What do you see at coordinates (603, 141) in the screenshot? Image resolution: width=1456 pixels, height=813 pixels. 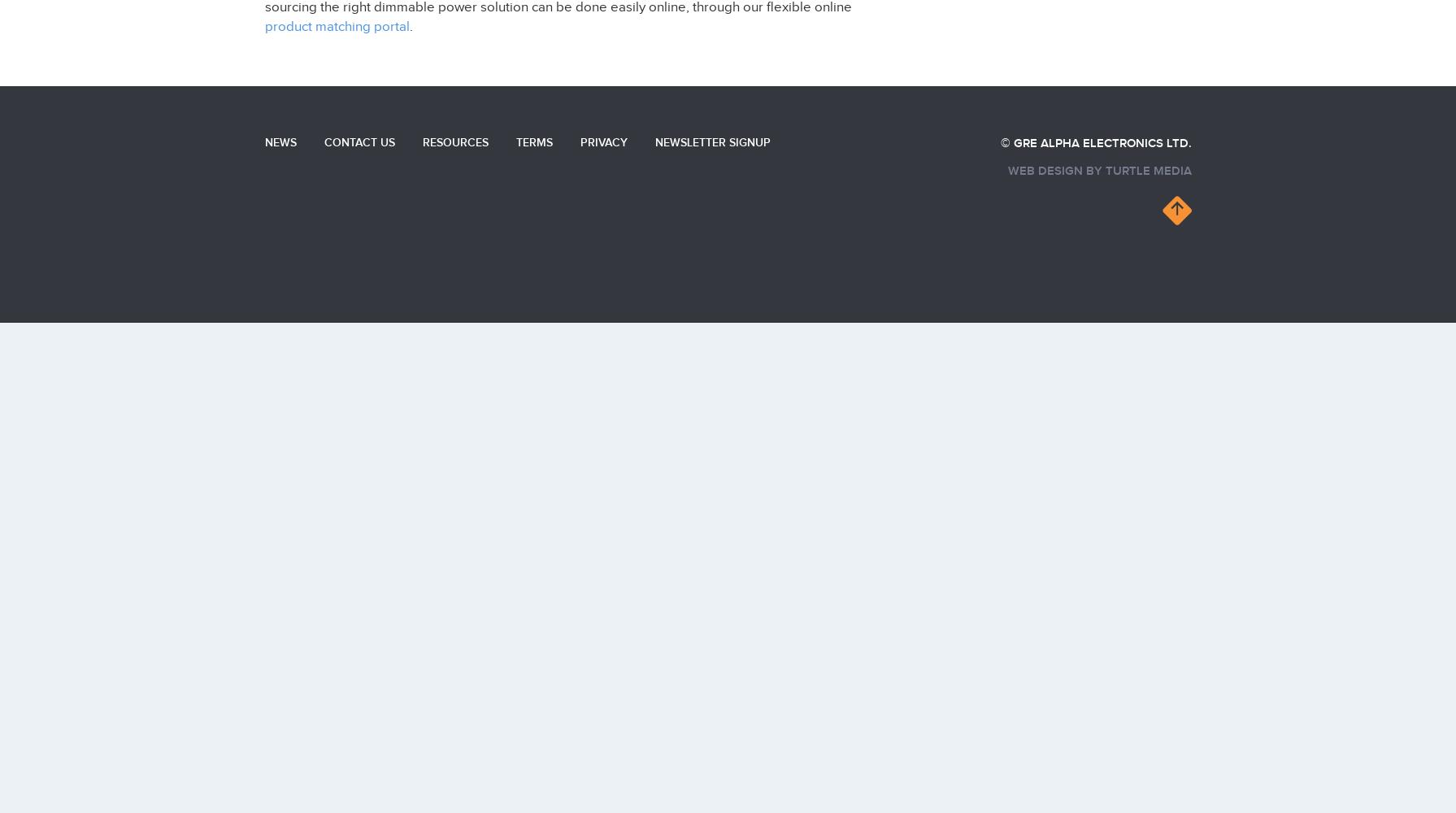 I see `'Privacy'` at bounding box center [603, 141].